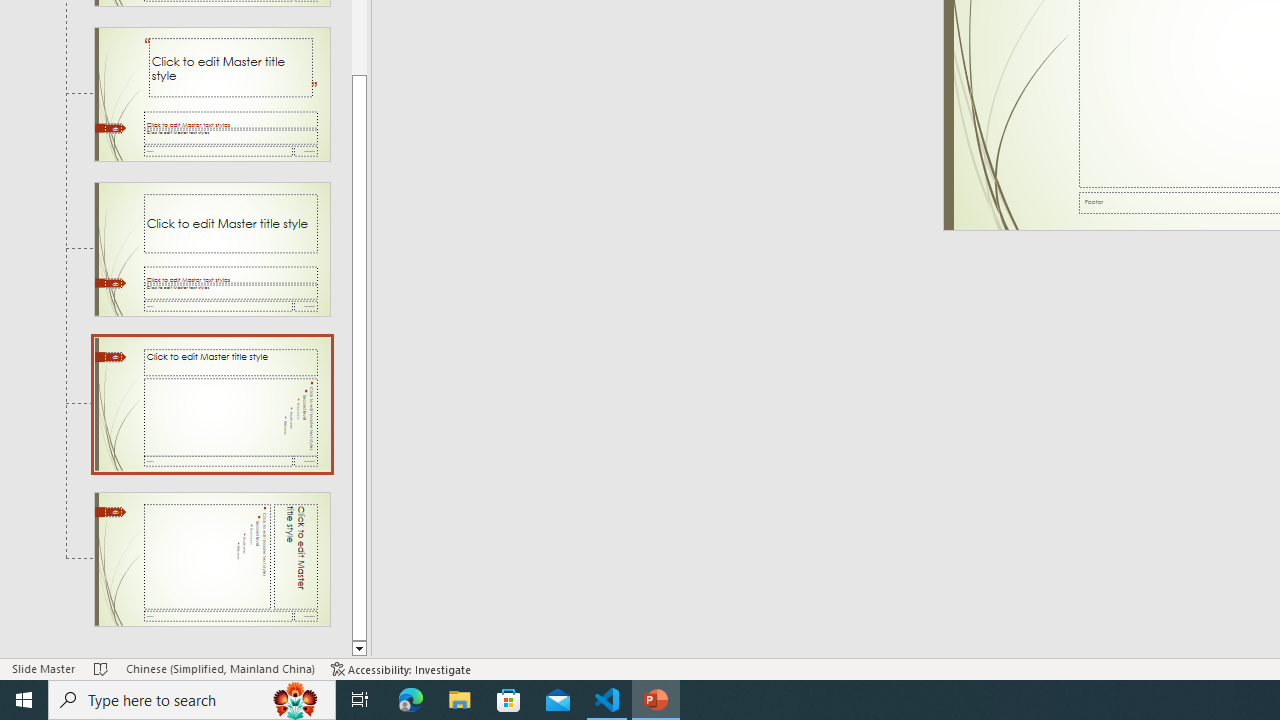 The image size is (1280, 720). I want to click on 'Slide Vertical Title and Text Layout: used by no slides', so click(212, 559).